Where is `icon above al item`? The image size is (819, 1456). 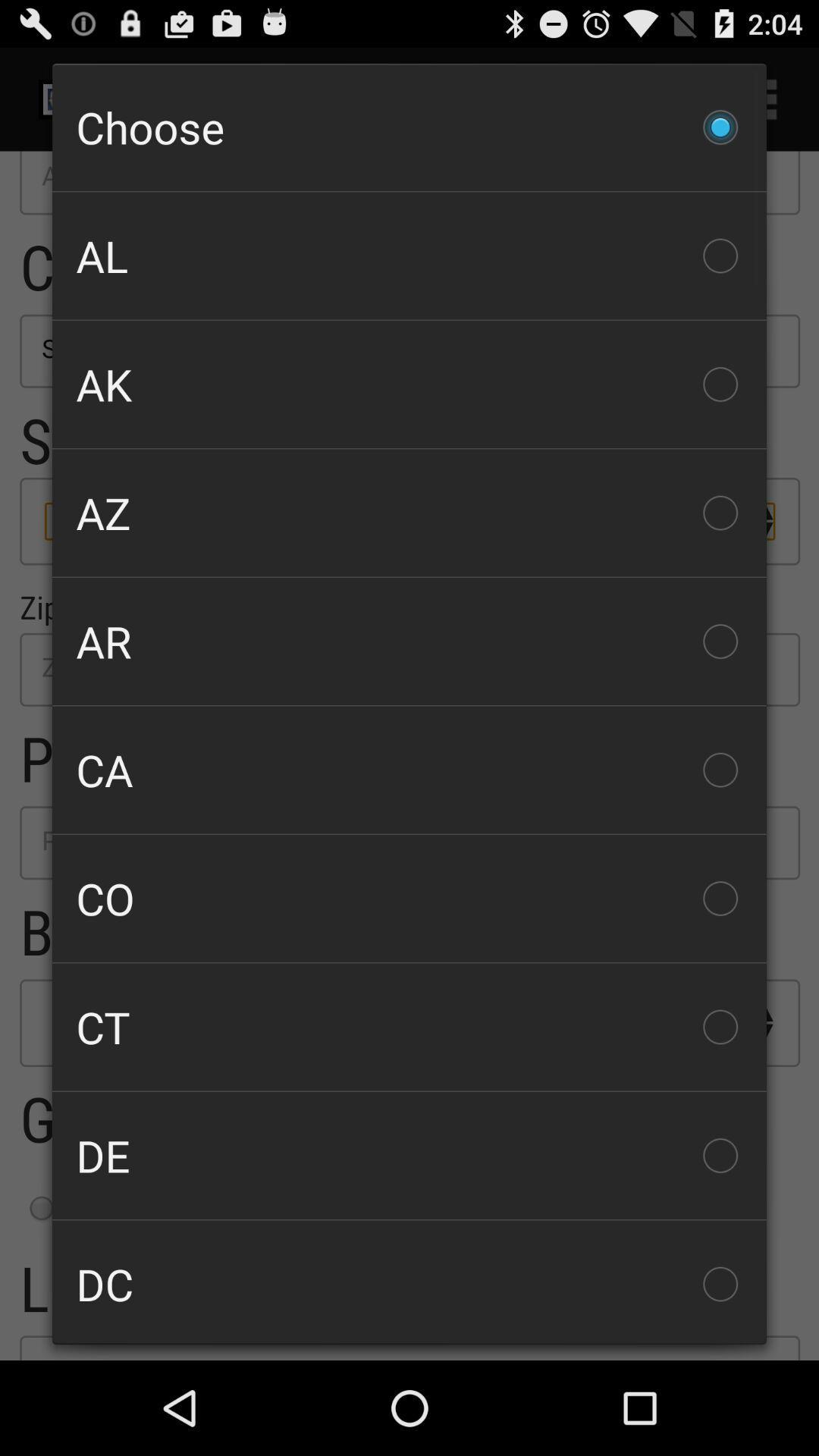 icon above al item is located at coordinates (409, 127).